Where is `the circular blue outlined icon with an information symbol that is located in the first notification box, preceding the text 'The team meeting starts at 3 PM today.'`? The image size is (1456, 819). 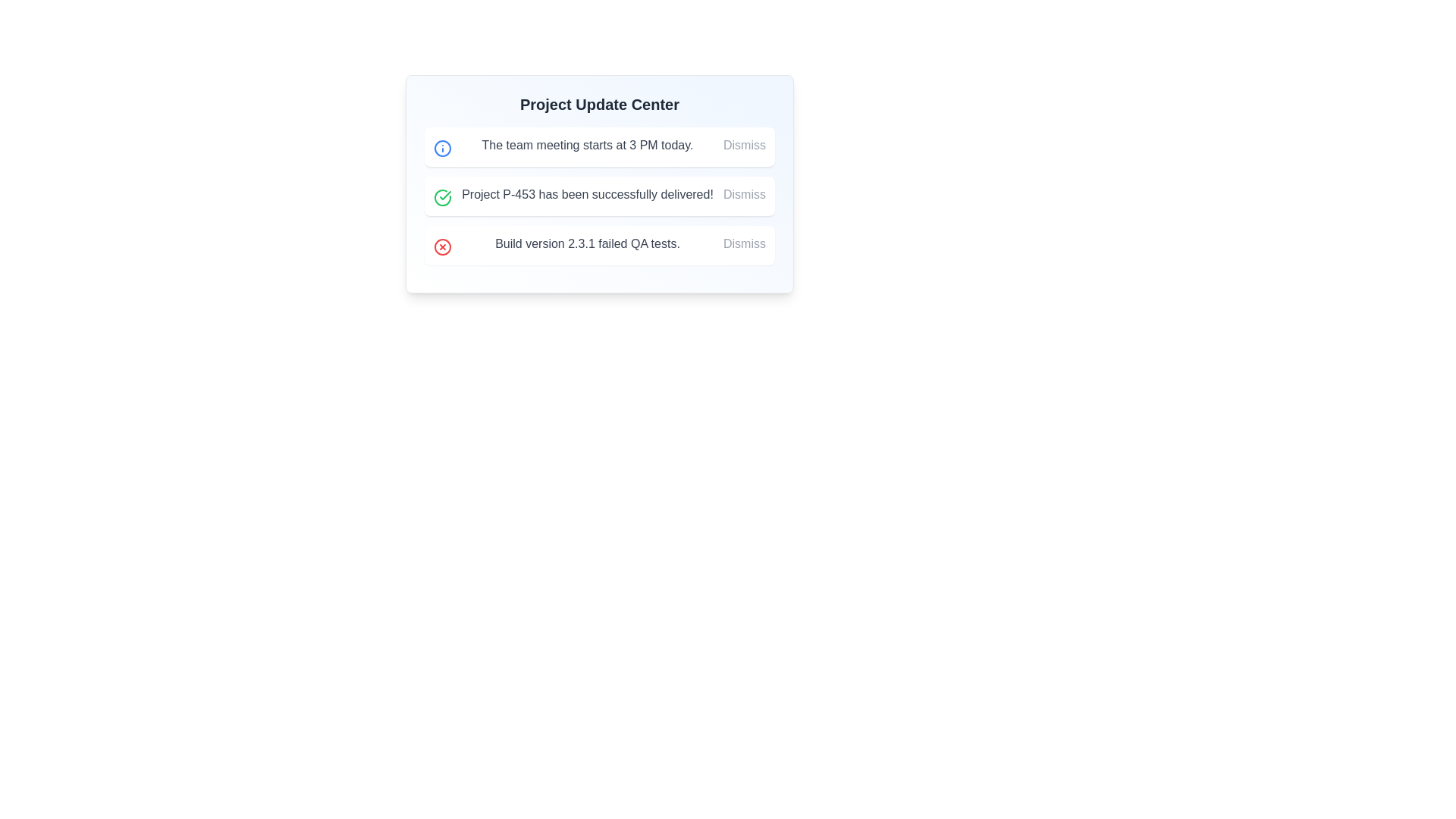 the circular blue outlined icon with an information symbol that is located in the first notification box, preceding the text 'The team meeting starts at 3 PM today.' is located at coordinates (442, 149).